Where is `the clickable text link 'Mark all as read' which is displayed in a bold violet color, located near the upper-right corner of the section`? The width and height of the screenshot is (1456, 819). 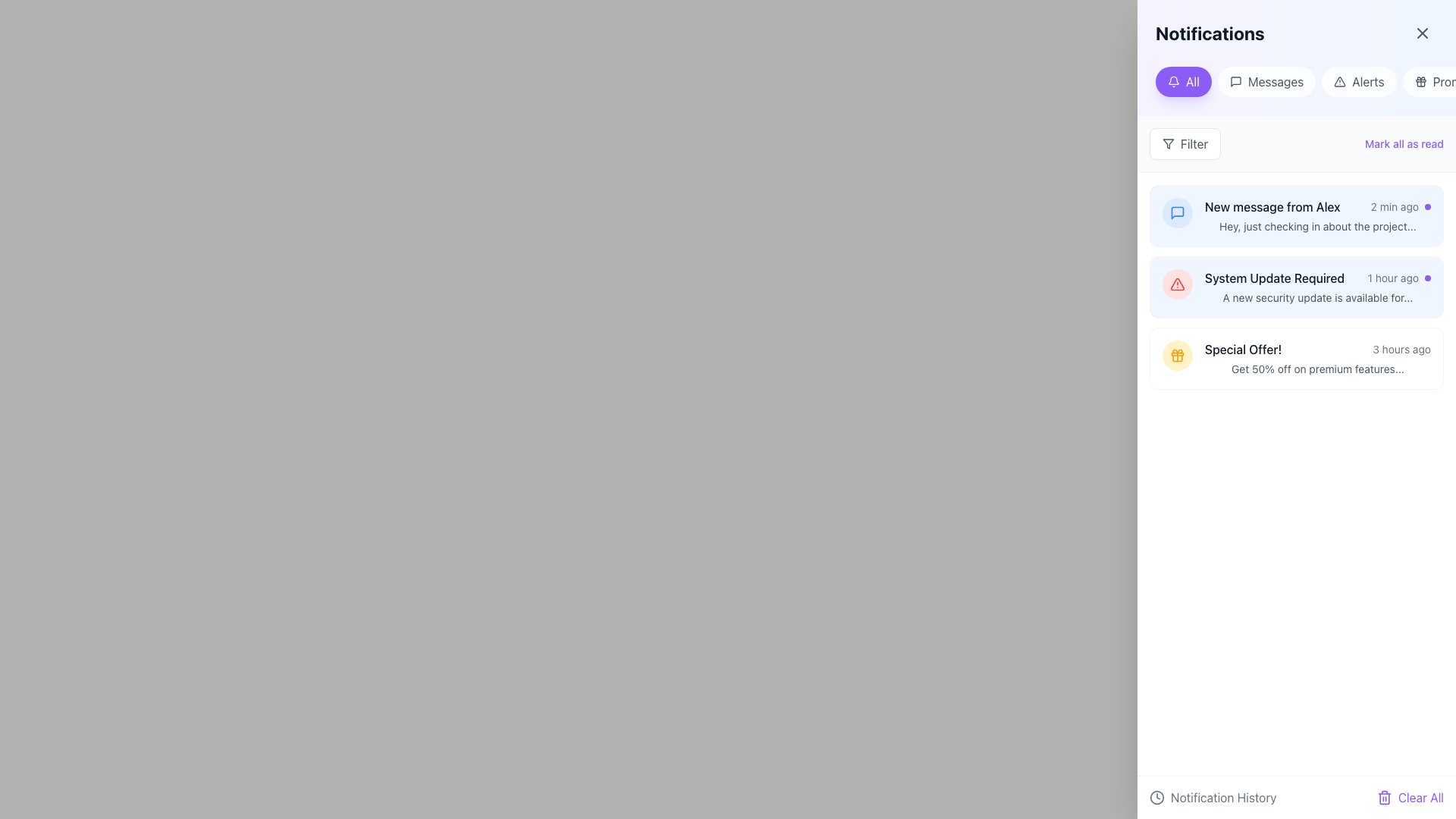 the clickable text link 'Mark all as read' which is displayed in a bold violet color, located near the upper-right corner of the section is located at coordinates (1404, 143).